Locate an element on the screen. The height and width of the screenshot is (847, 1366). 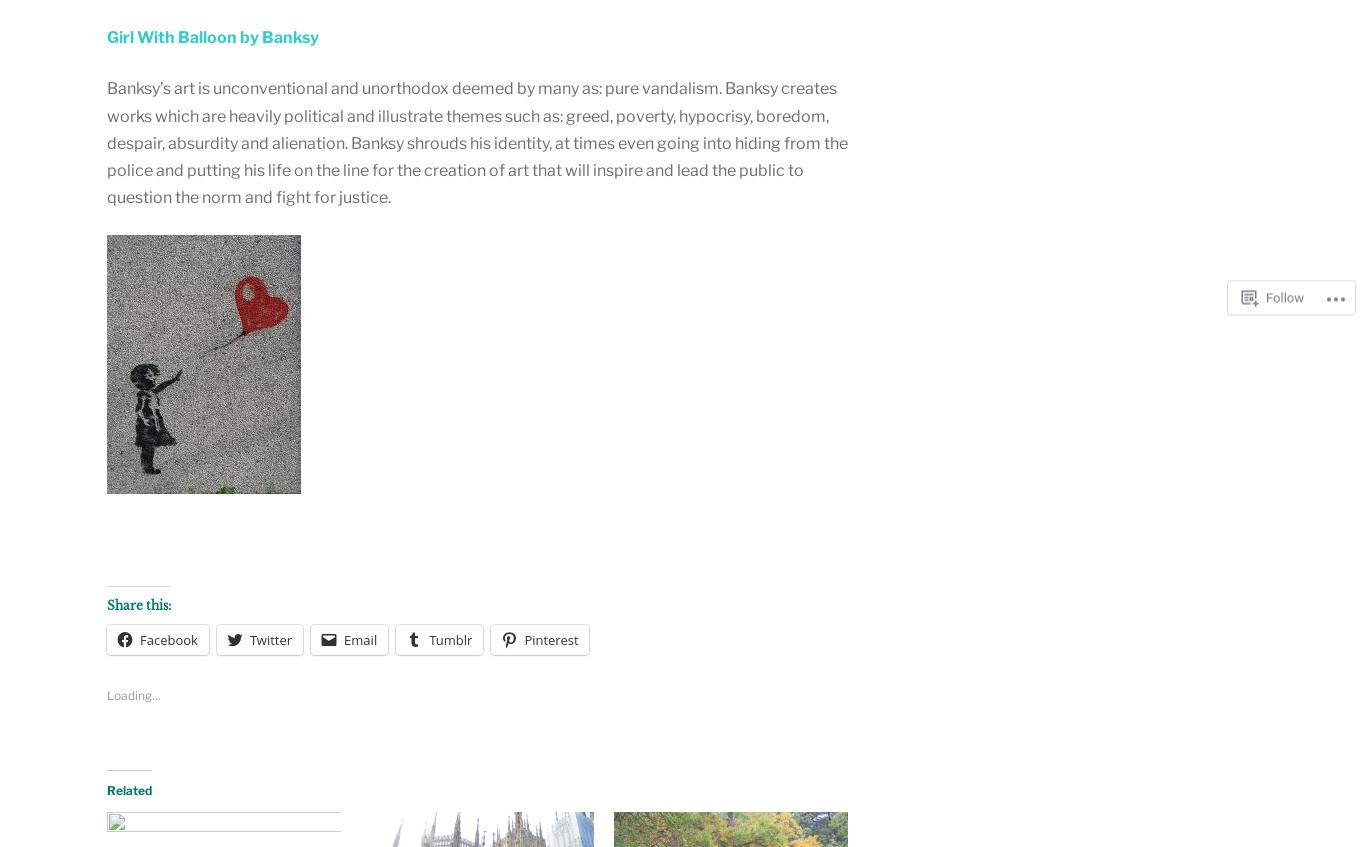
'Related' is located at coordinates (128, 790).